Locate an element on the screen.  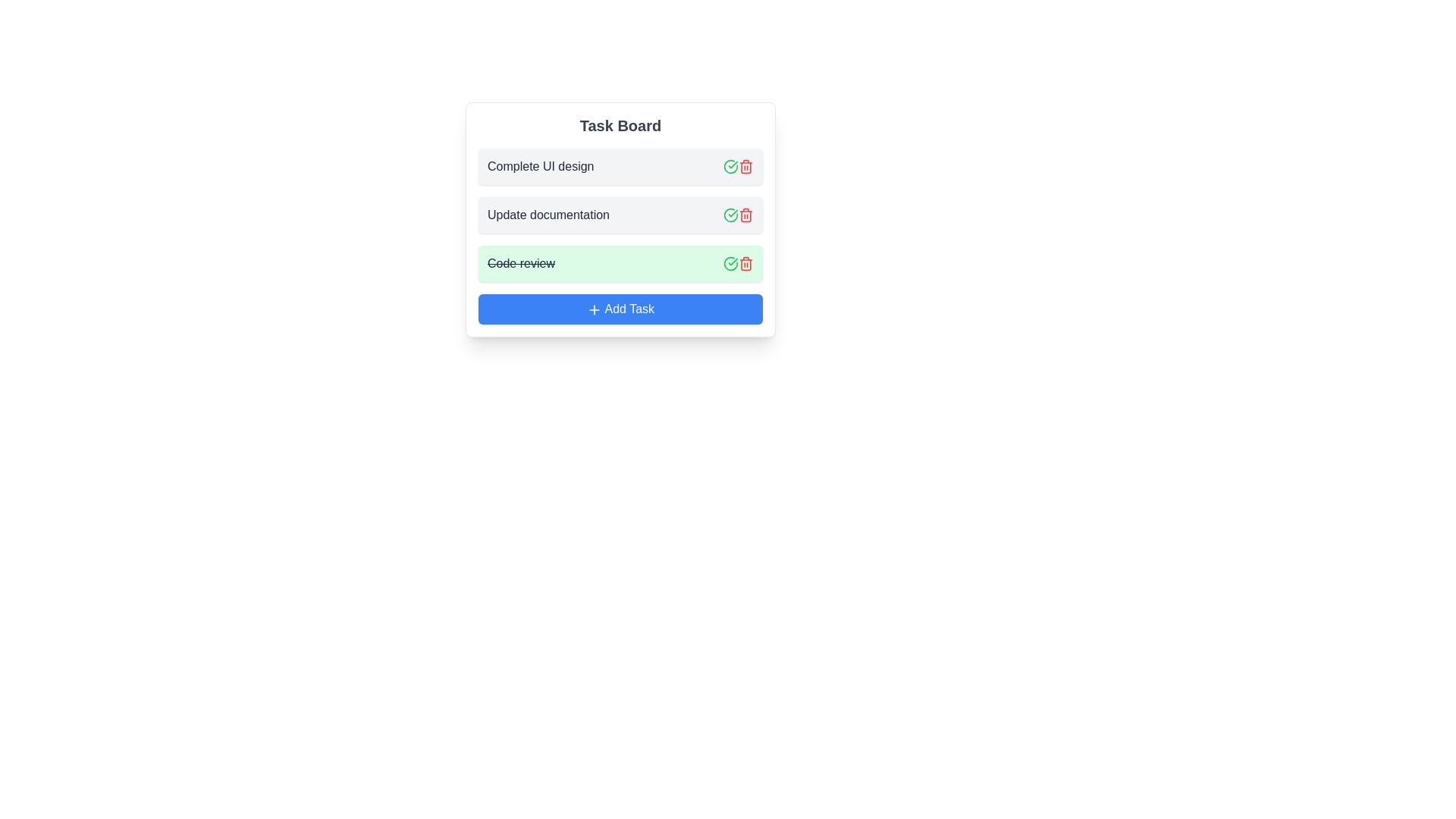
the central vertical red icon of the trash can located in the last row of the task list is located at coordinates (745, 263).